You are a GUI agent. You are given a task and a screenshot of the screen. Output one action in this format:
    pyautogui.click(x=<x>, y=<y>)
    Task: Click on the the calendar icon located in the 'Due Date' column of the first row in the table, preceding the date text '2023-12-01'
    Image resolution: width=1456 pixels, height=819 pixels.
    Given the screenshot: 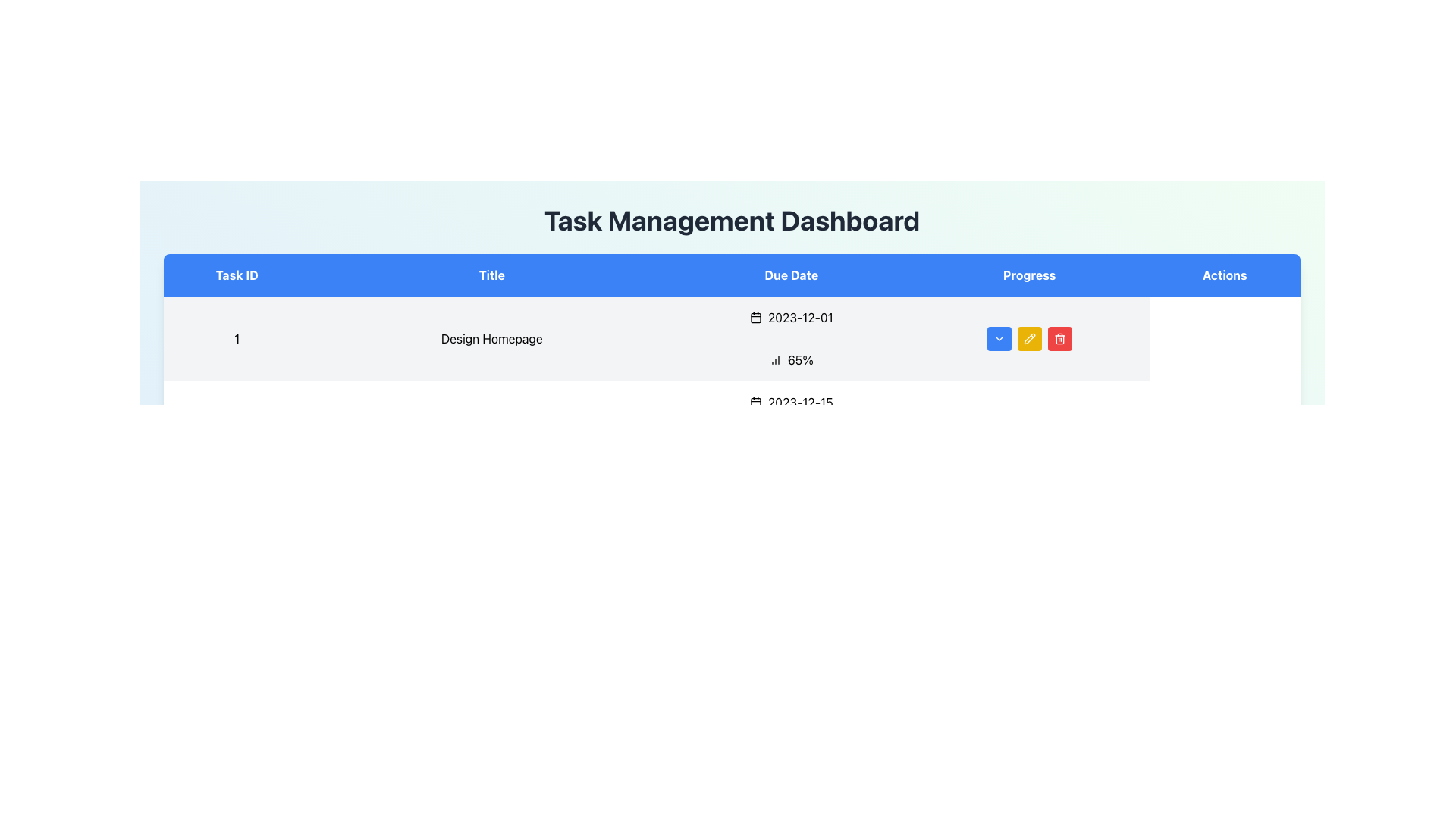 What is the action you would take?
    pyautogui.click(x=755, y=317)
    